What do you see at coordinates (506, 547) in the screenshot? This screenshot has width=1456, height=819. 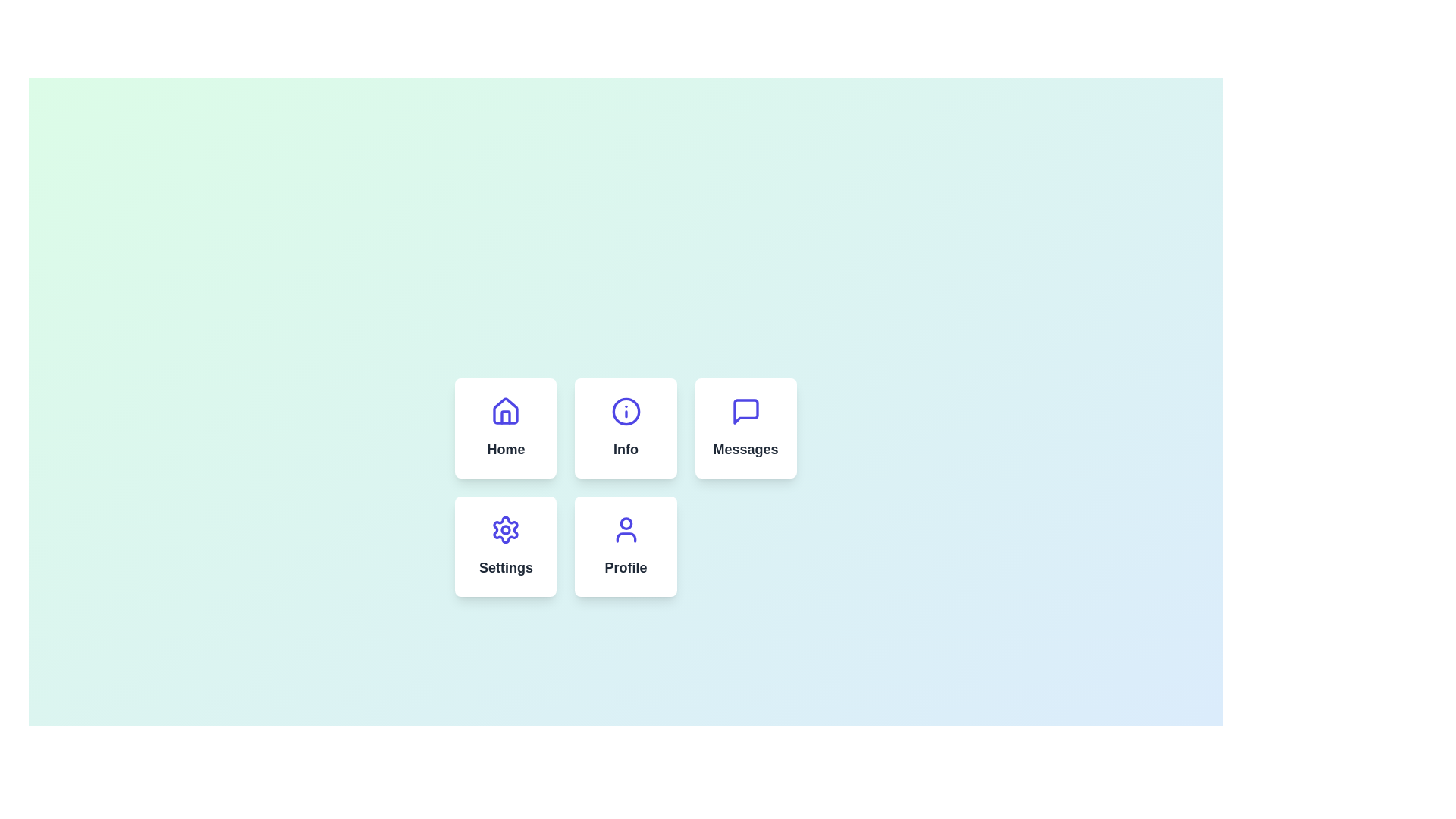 I see `the 'Settings' card, which features a purple gear icon and bold black text` at bounding box center [506, 547].